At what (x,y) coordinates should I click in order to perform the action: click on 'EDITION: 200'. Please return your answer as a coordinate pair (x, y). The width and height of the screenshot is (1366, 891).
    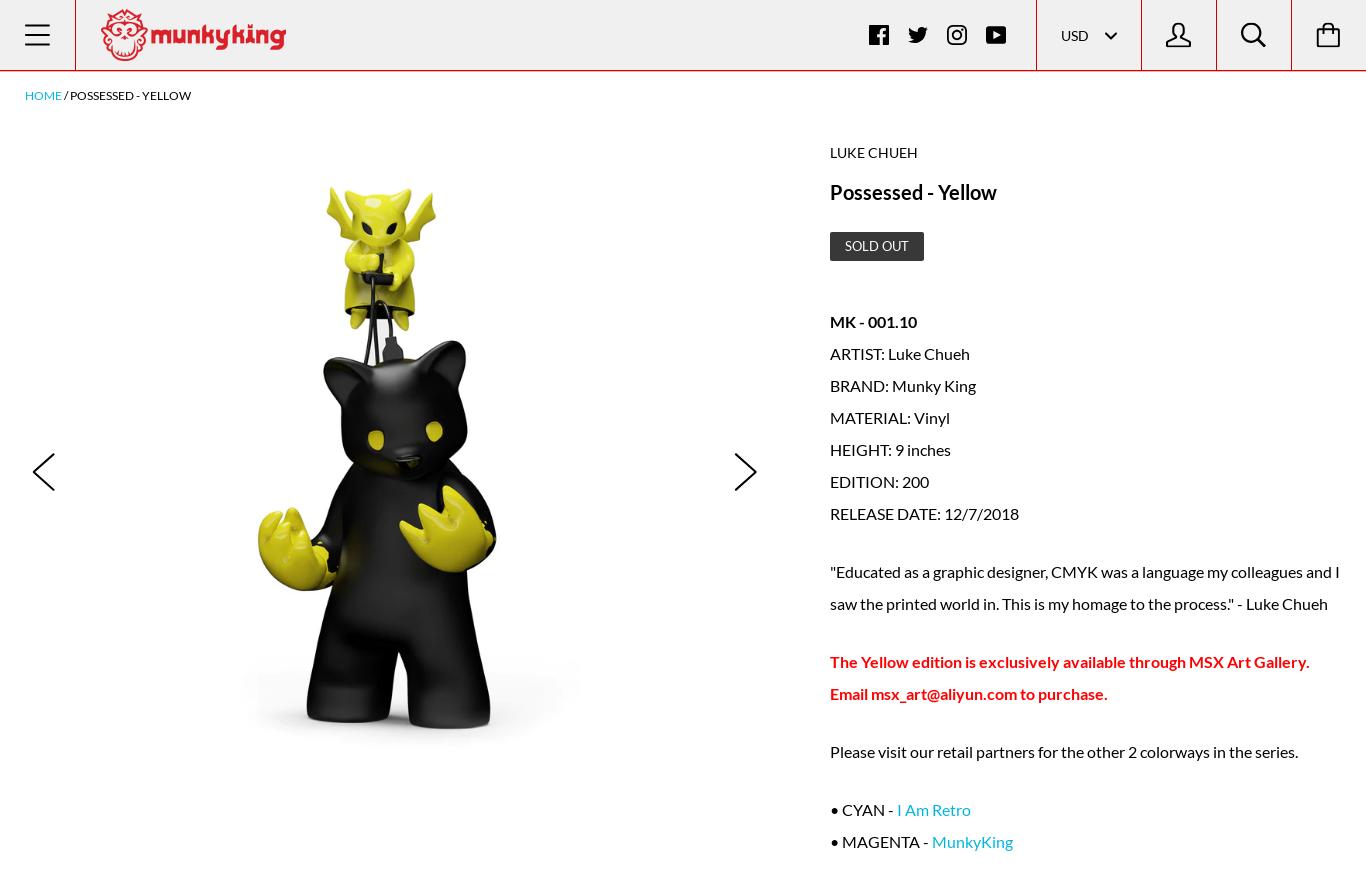
    Looking at the image, I should click on (878, 479).